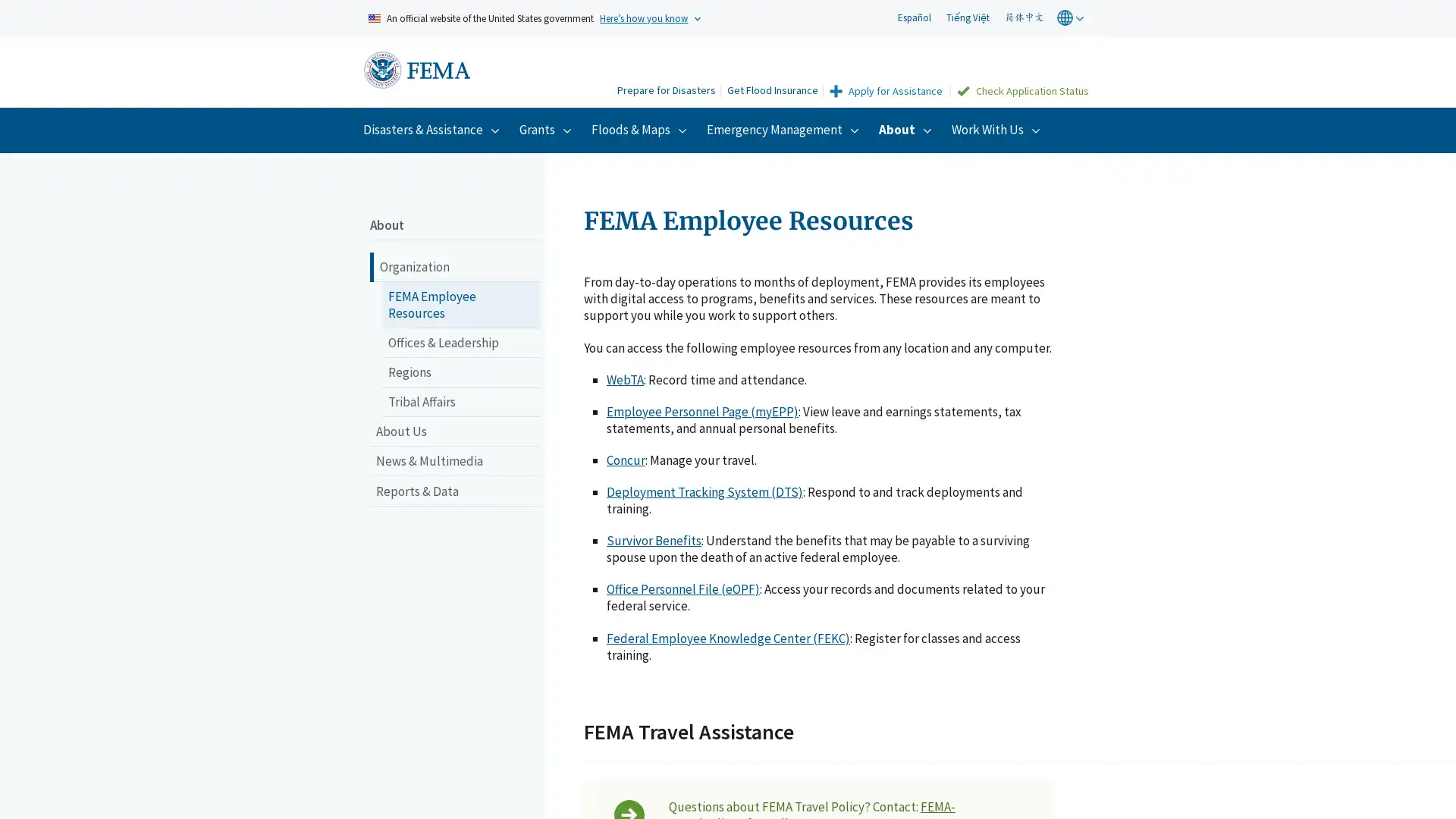 This screenshot has width=1456, height=819. I want to click on Search, so click(590, 73).